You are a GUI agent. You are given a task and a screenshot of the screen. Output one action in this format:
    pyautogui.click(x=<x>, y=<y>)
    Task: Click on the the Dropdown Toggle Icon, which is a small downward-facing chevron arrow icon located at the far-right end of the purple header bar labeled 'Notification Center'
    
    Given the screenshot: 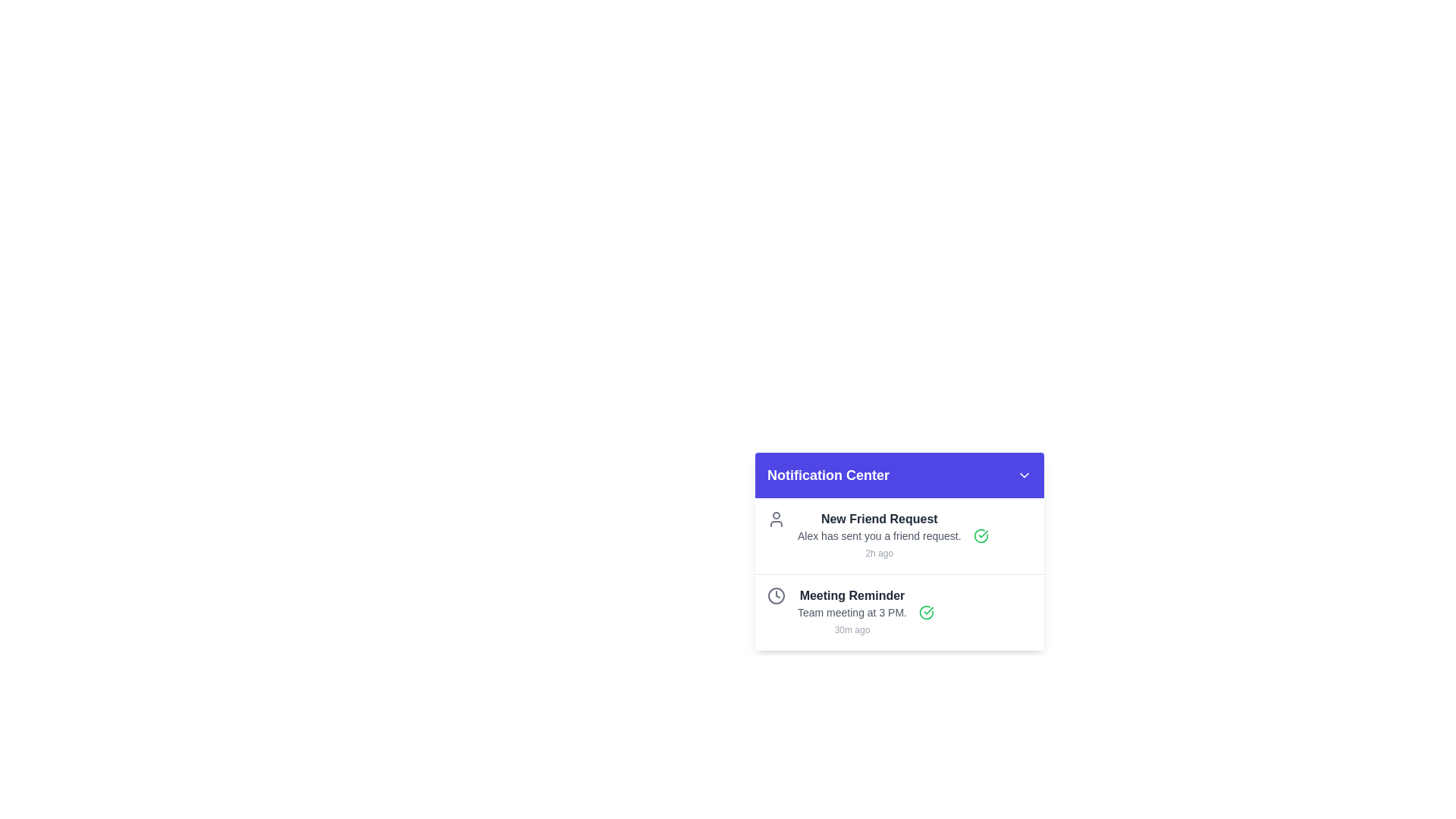 What is the action you would take?
    pyautogui.click(x=1024, y=475)
    